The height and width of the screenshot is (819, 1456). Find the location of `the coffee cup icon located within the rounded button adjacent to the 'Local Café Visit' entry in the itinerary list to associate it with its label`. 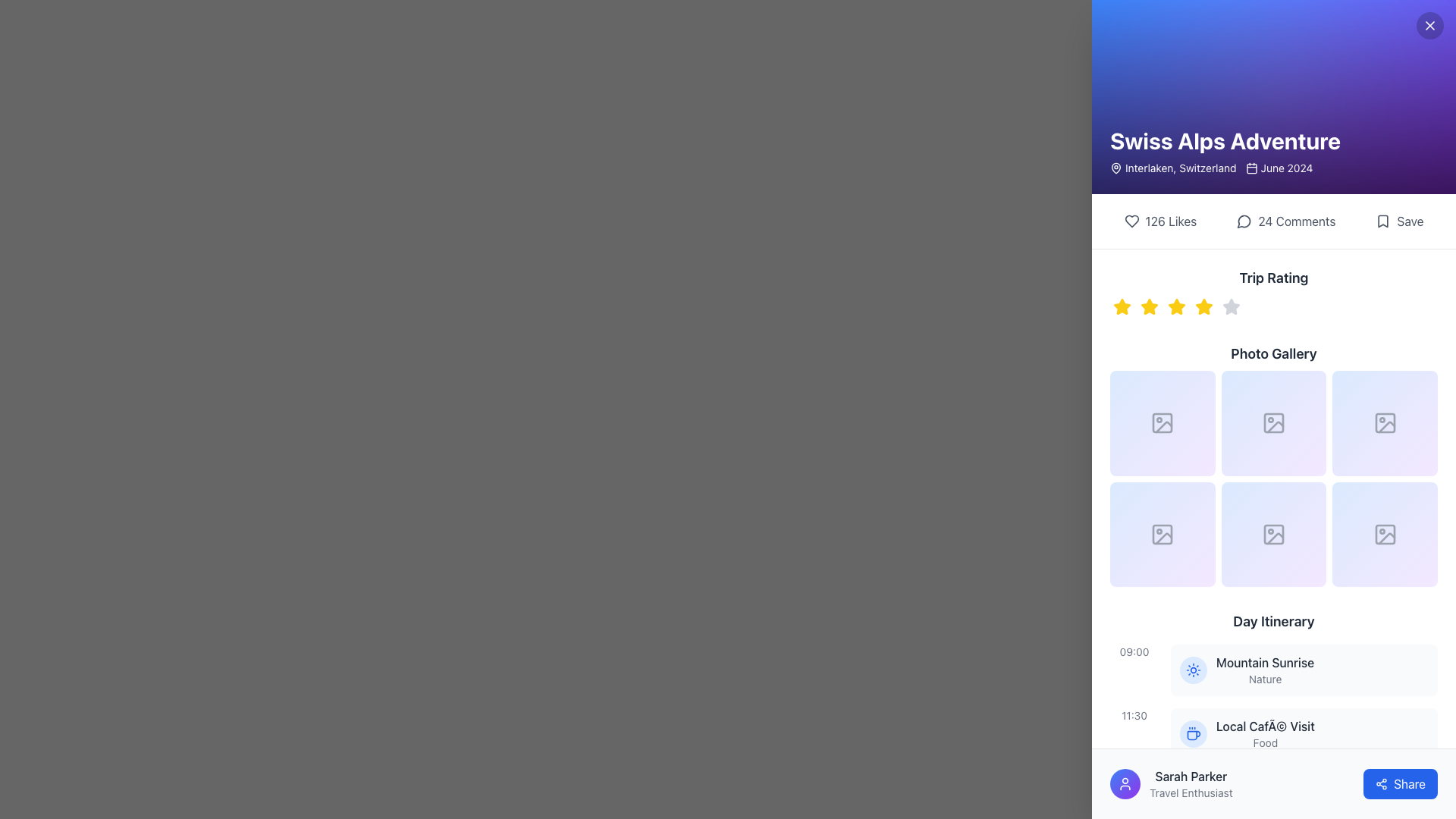

the coffee cup icon located within the rounded button adjacent to the 'Local Café Visit' entry in the itinerary list to associate it with its label is located at coordinates (1193, 733).